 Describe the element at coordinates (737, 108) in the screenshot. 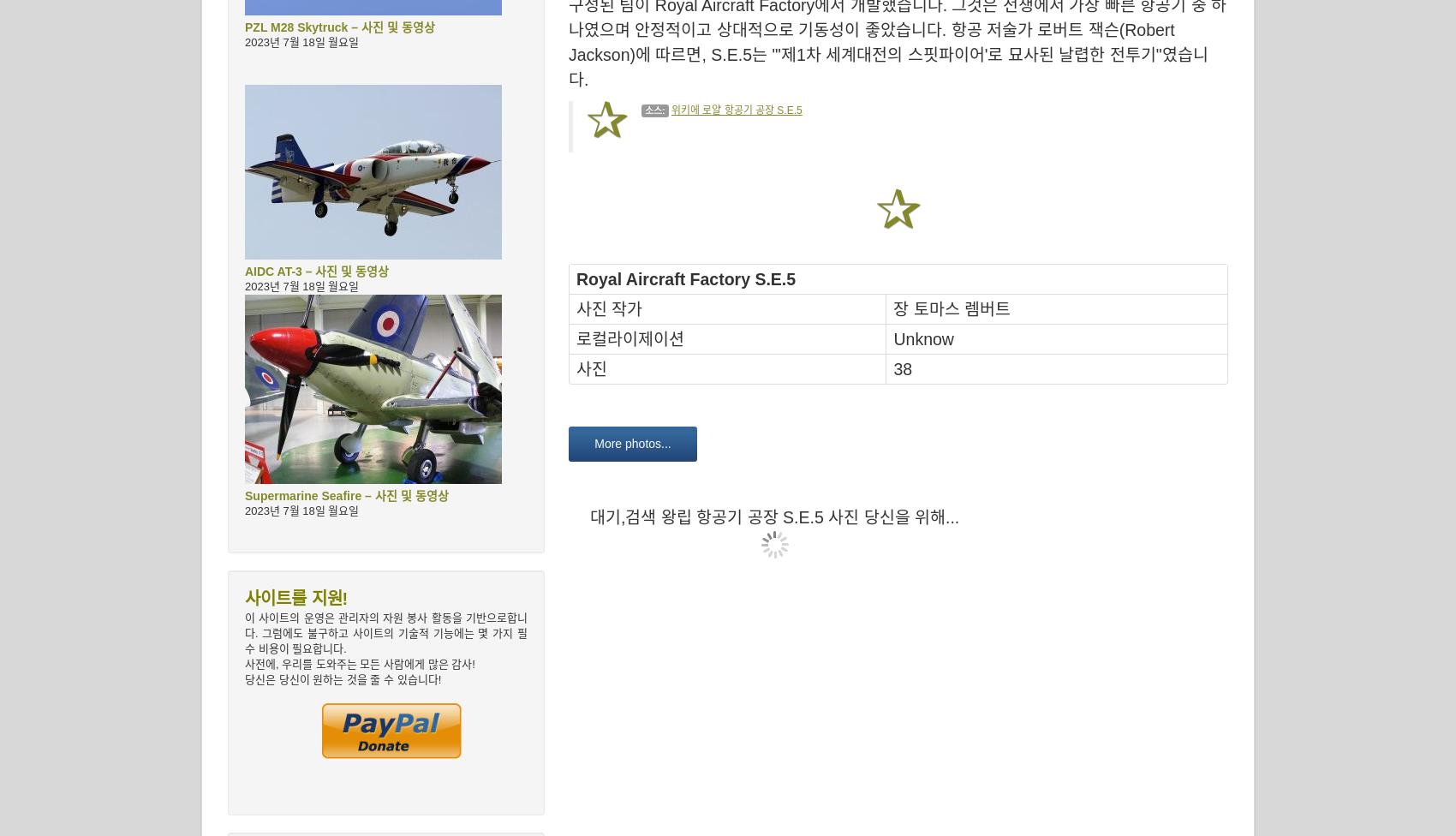

I see `'위키에 로얄 항공기 공장 S.E.5'` at that location.